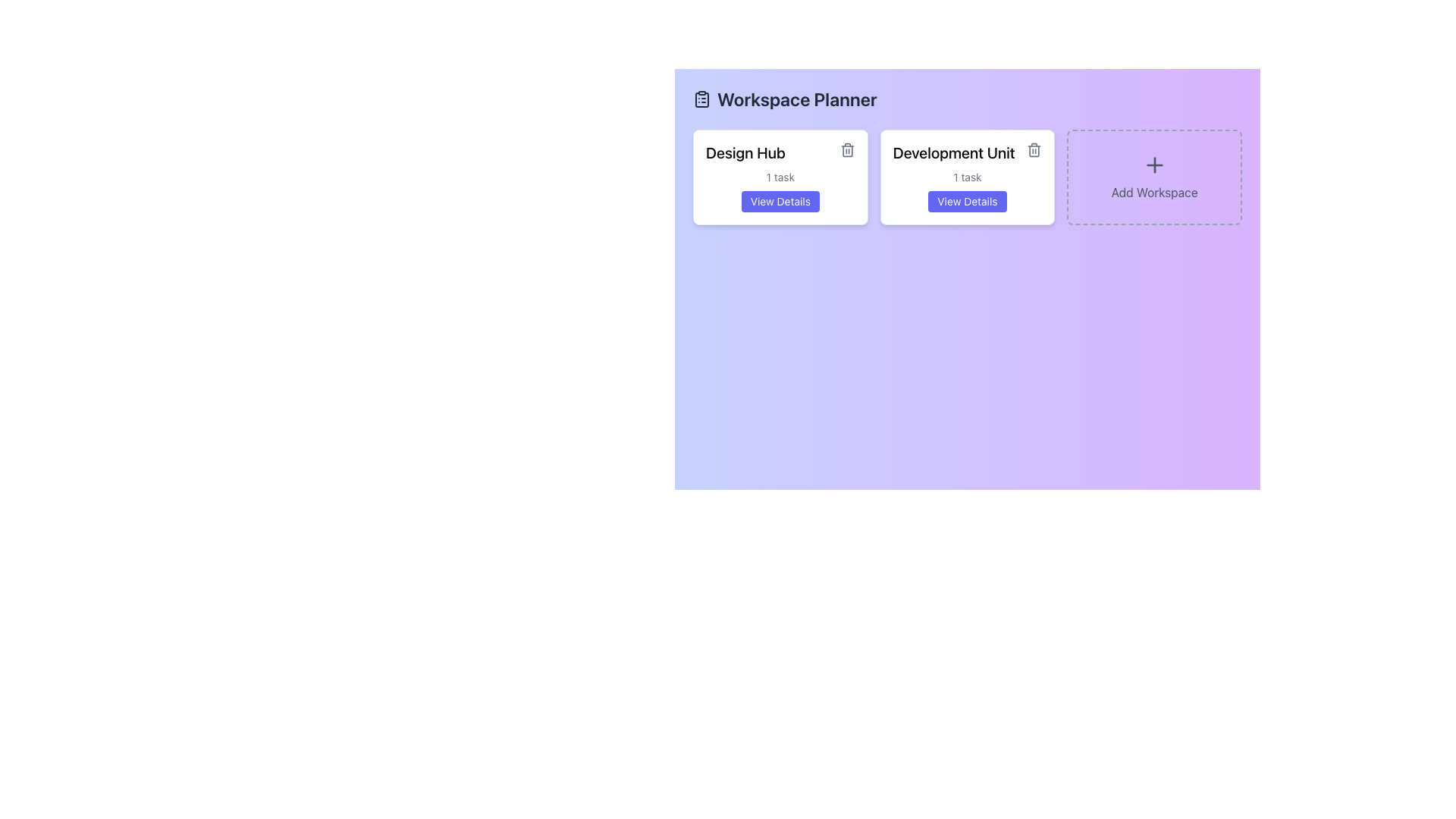  Describe the element at coordinates (1153, 177) in the screenshot. I see `the rectangular button with dashed borders and rounded corners labeled 'Add Workspace' to change its border color` at that location.